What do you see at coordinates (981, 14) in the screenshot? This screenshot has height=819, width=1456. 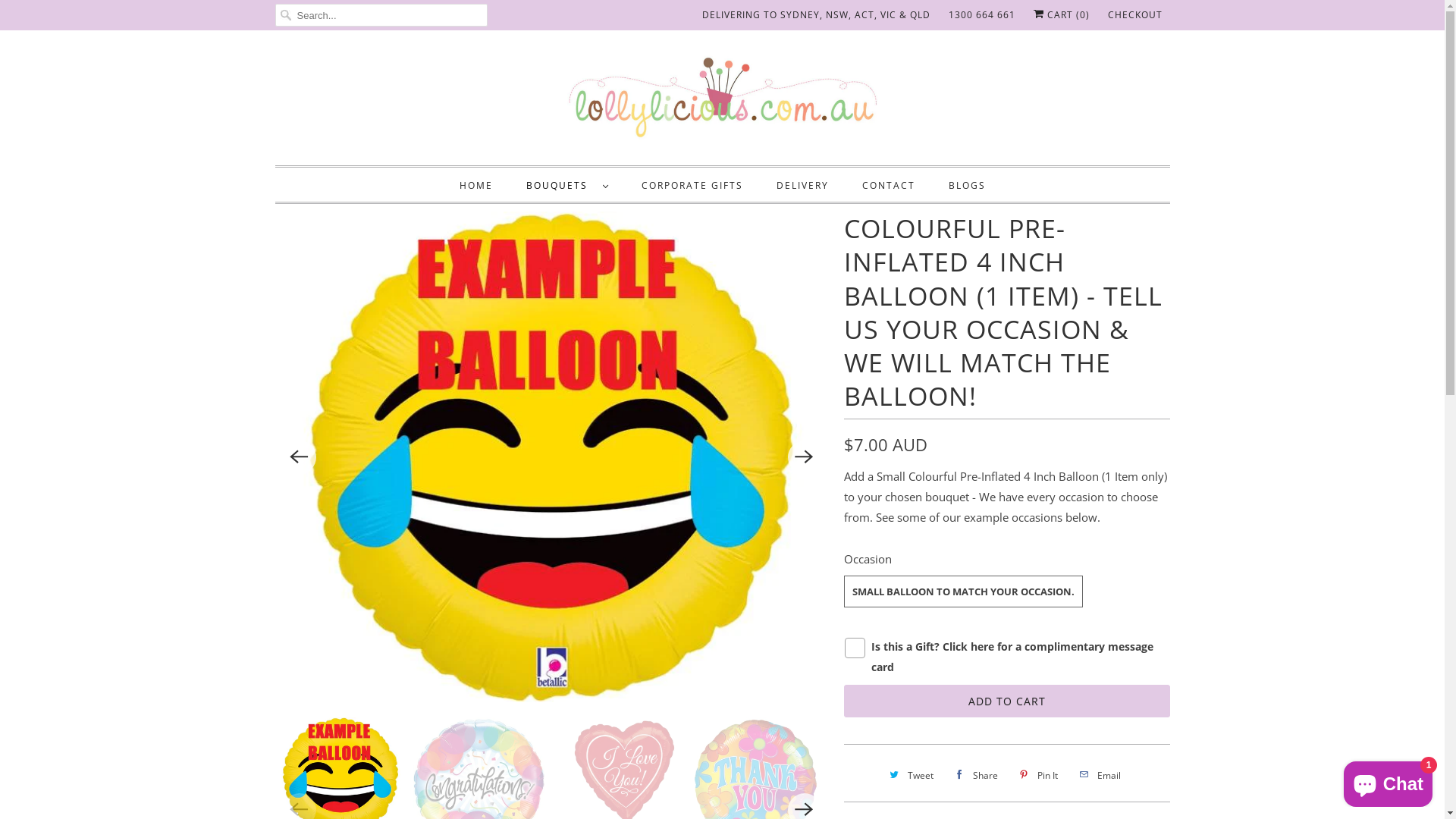 I see `'1300 664 661'` at bounding box center [981, 14].